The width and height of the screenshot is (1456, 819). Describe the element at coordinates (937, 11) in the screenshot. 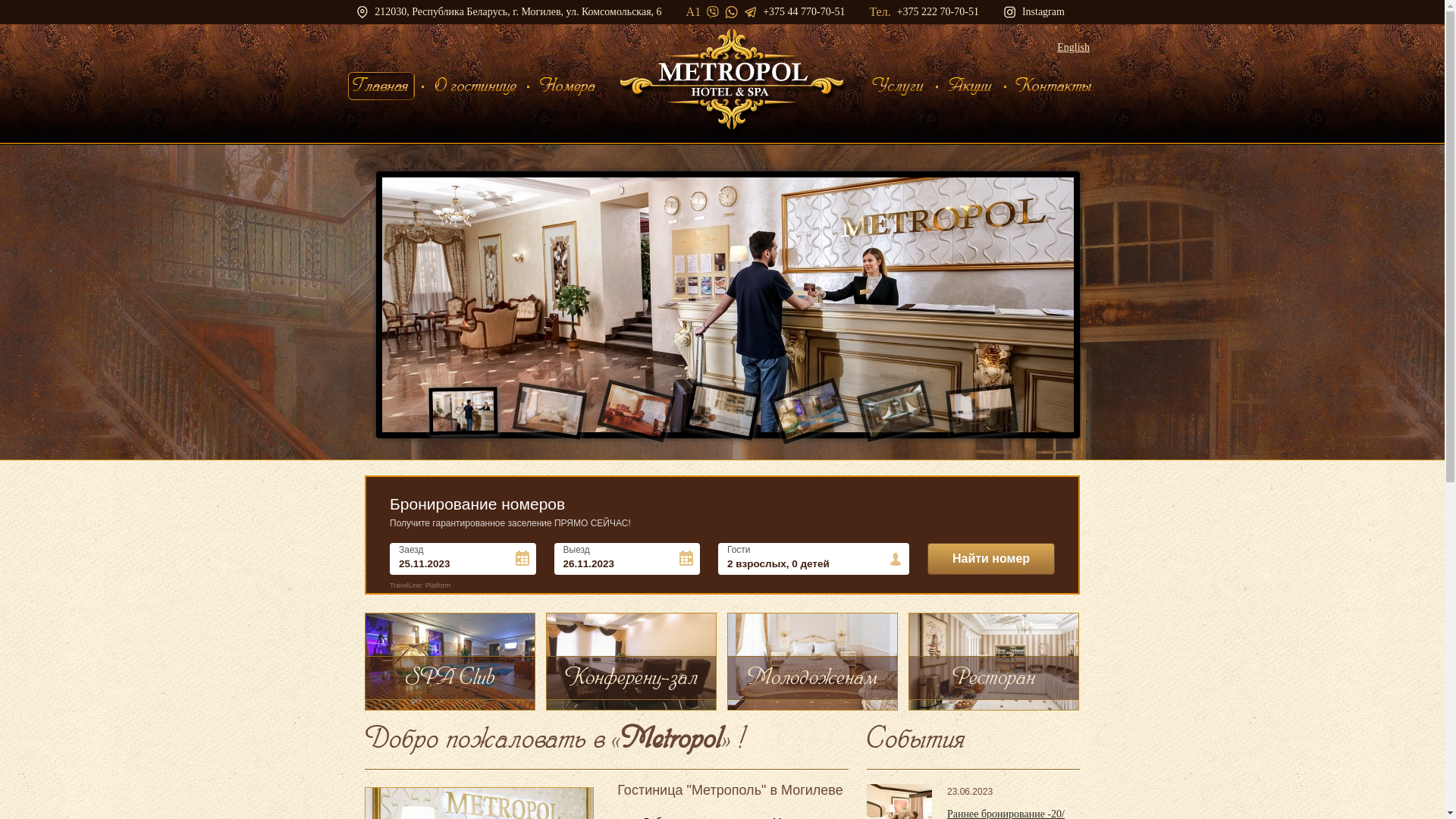

I see `'+375 222 70-70-51'` at that location.